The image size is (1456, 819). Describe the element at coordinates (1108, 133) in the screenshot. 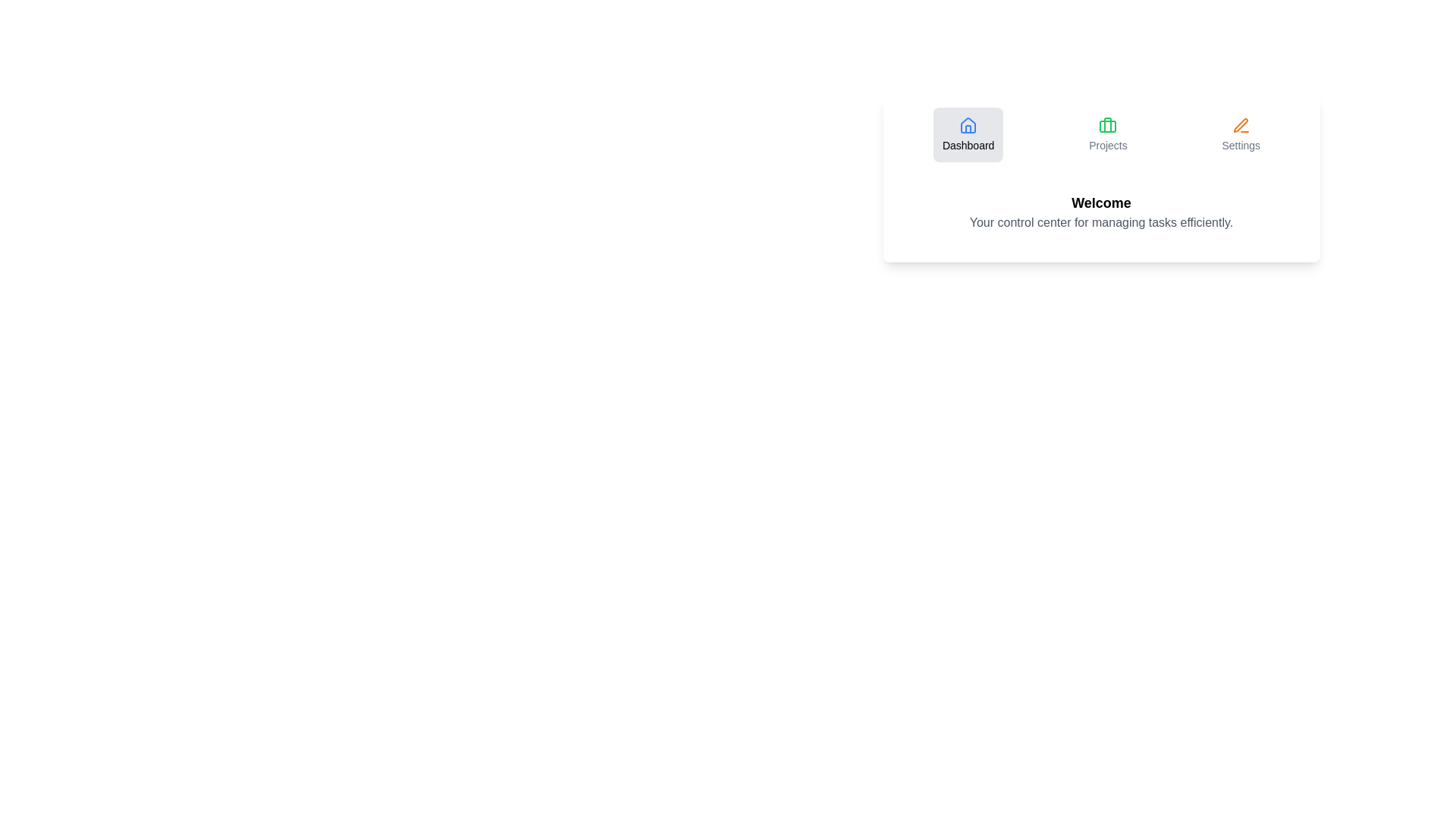

I see `the Projects tab` at that location.